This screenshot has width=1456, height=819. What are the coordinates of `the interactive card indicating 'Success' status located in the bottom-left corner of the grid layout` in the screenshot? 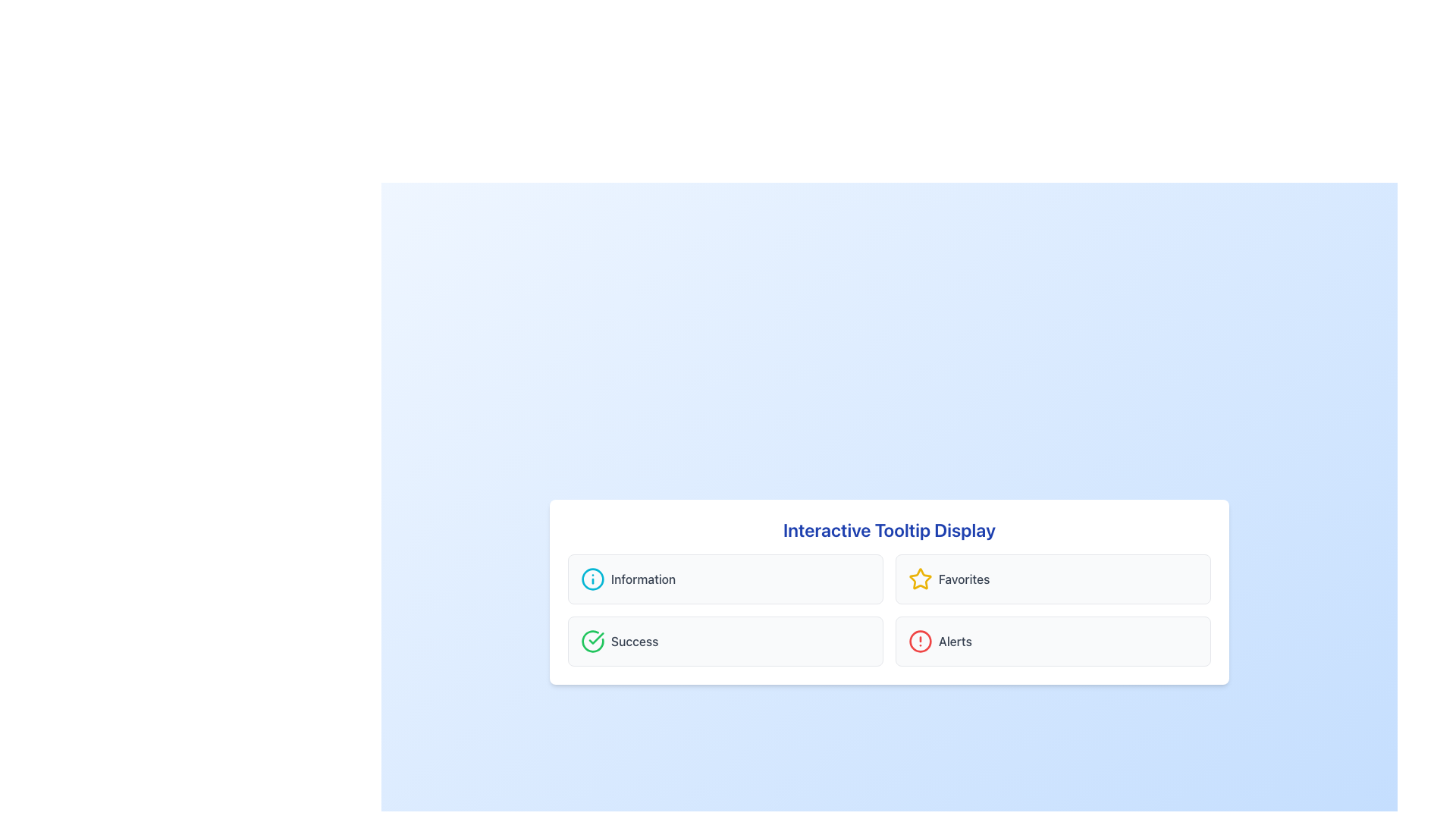 It's located at (724, 641).